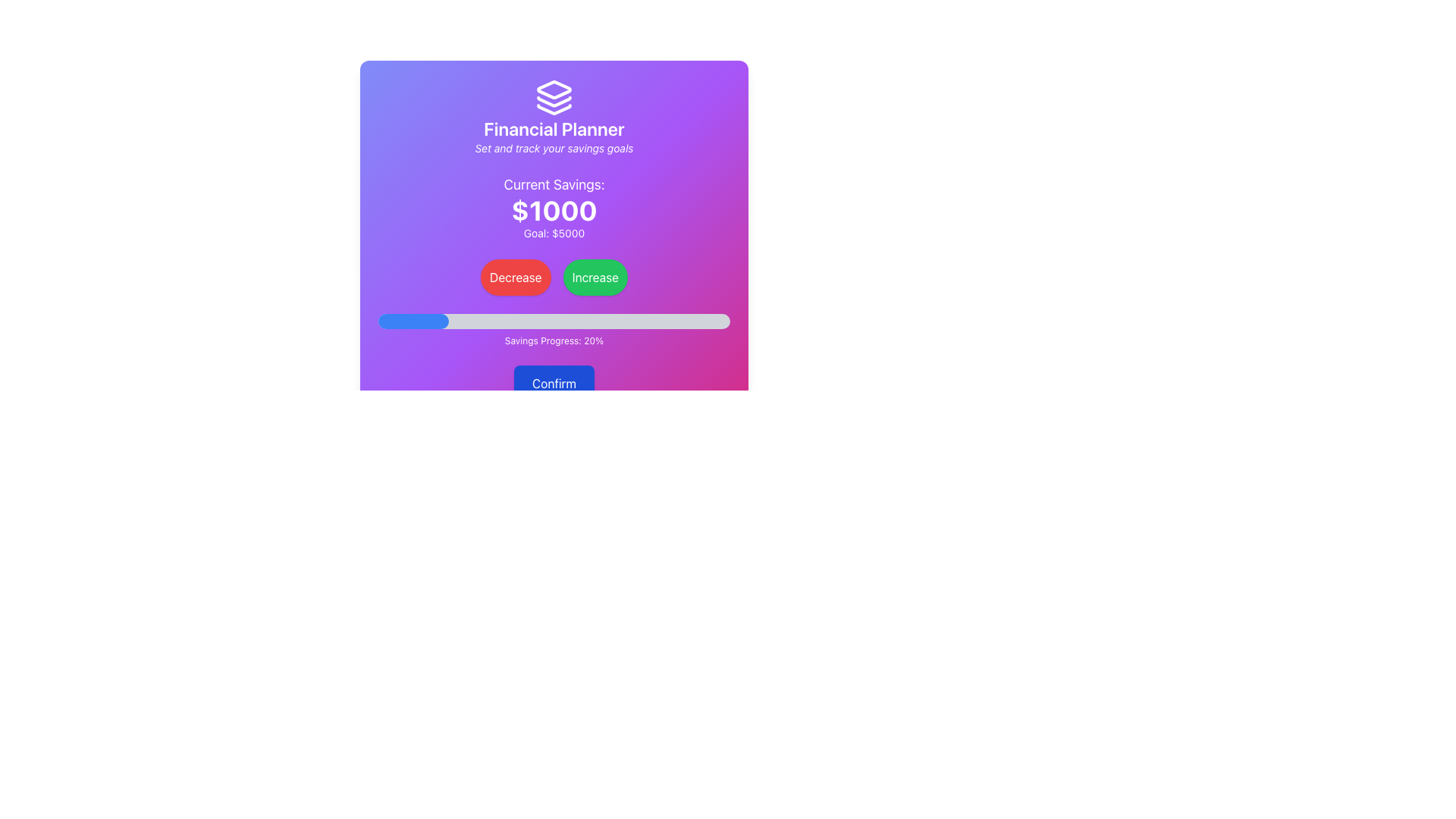 The height and width of the screenshot is (819, 1456). What do you see at coordinates (553, 97) in the screenshot?
I see `the icon element located above the text 'Financial Planner', which consists of three stacked shapes outlined with a white stroke color on a light purple background` at bounding box center [553, 97].